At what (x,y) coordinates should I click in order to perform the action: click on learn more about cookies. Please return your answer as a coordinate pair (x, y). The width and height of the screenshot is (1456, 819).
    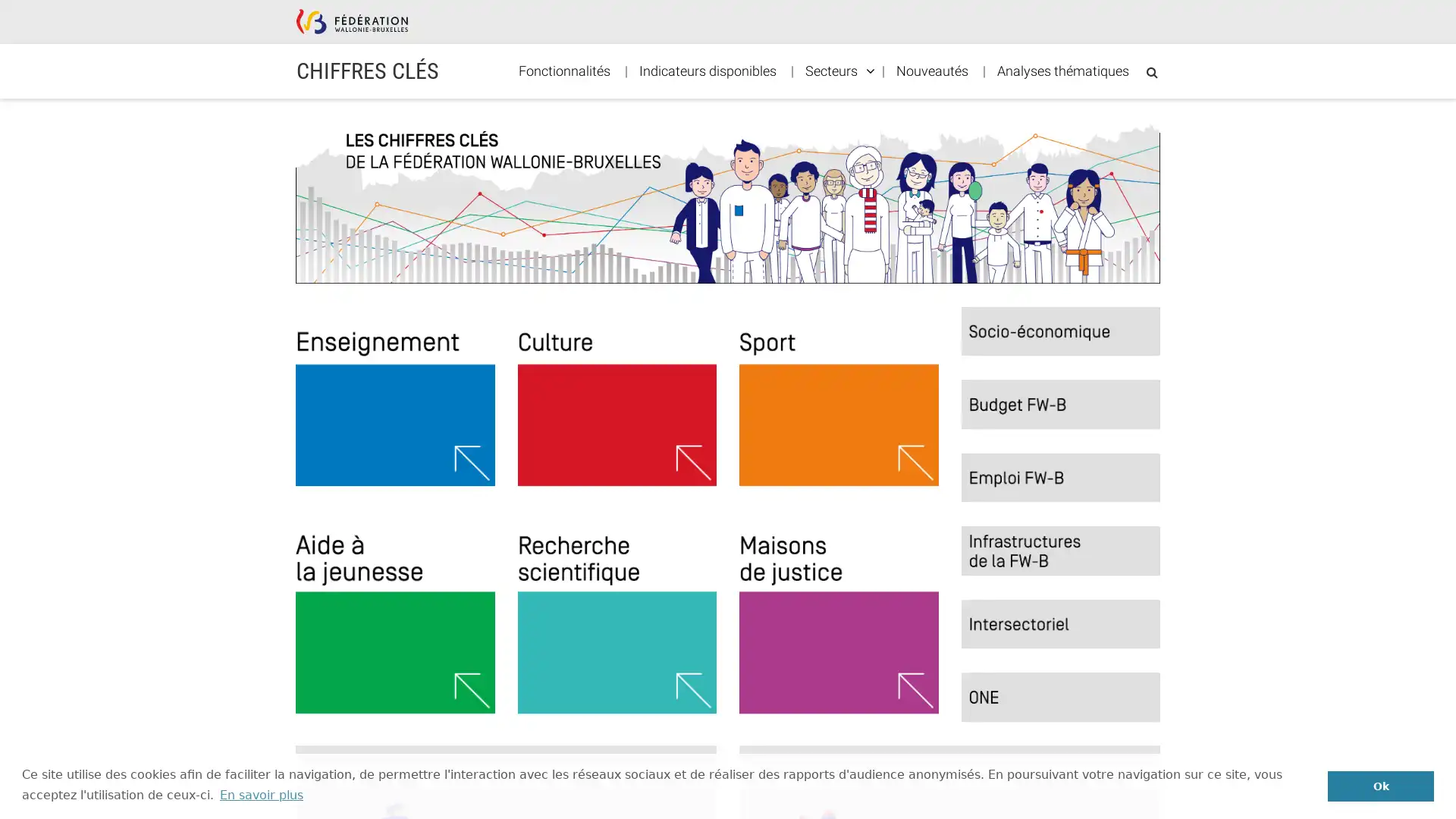
    Looking at the image, I should click on (261, 794).